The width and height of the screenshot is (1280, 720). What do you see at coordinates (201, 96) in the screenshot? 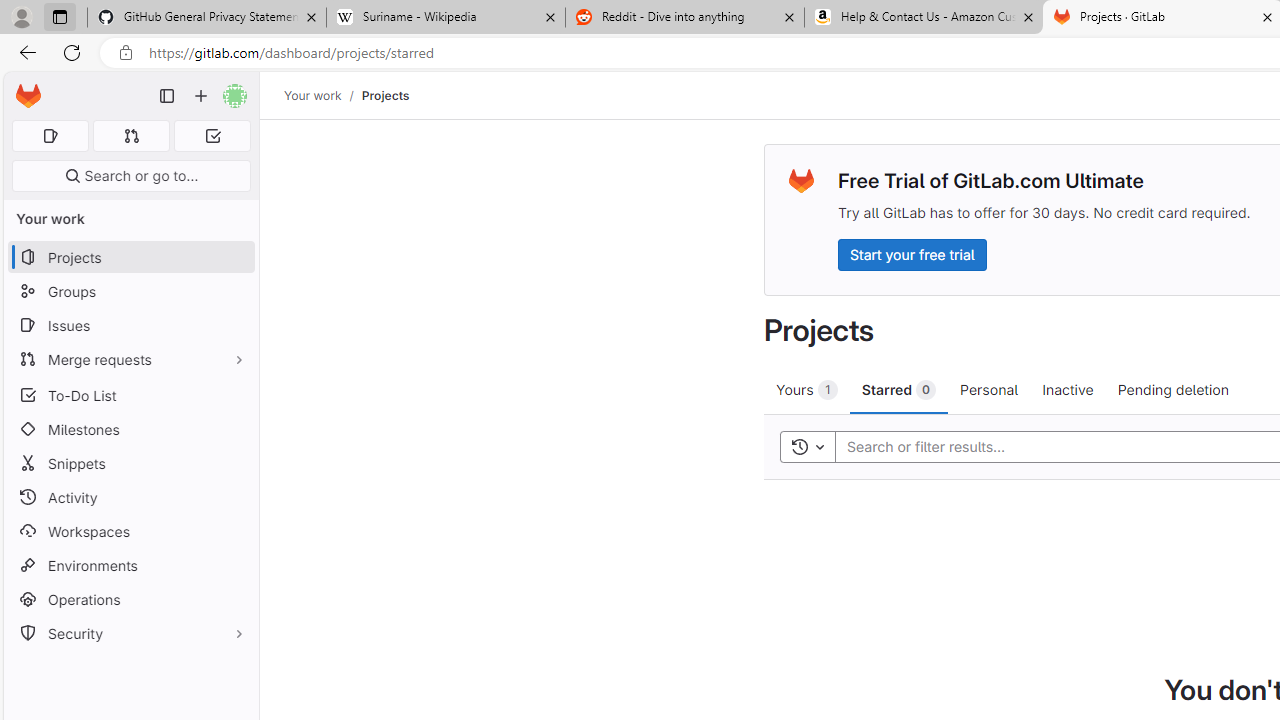
I see `'Create new...'` at bounding box center [201, 96].